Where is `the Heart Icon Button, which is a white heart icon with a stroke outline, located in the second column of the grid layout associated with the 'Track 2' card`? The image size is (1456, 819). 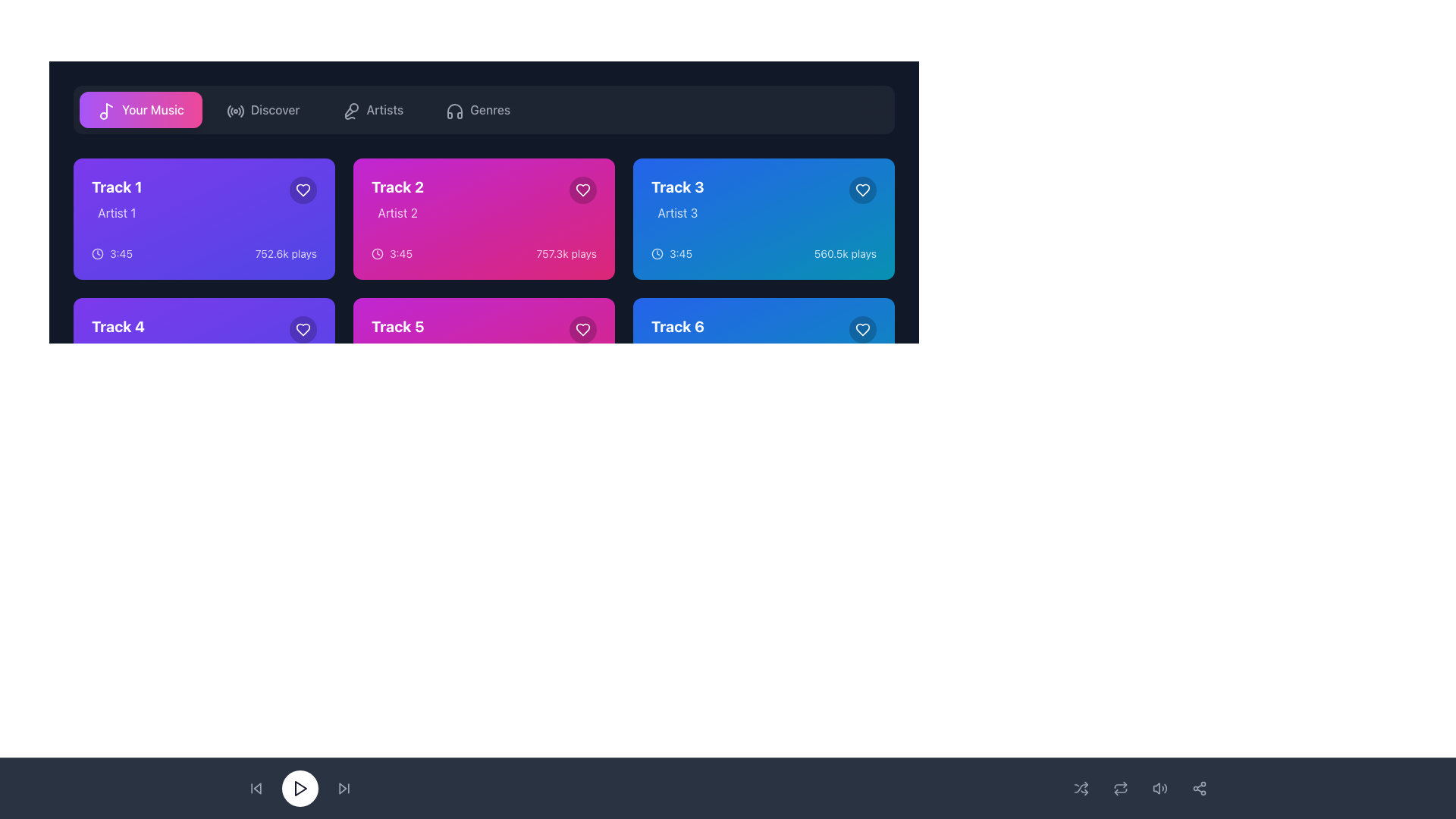
the Heart Icon Button, which is a white heart icon with a stroke outline, located in the second column of the grid layout associated with the 'Track 2' card is located at coordinates (582, 189).